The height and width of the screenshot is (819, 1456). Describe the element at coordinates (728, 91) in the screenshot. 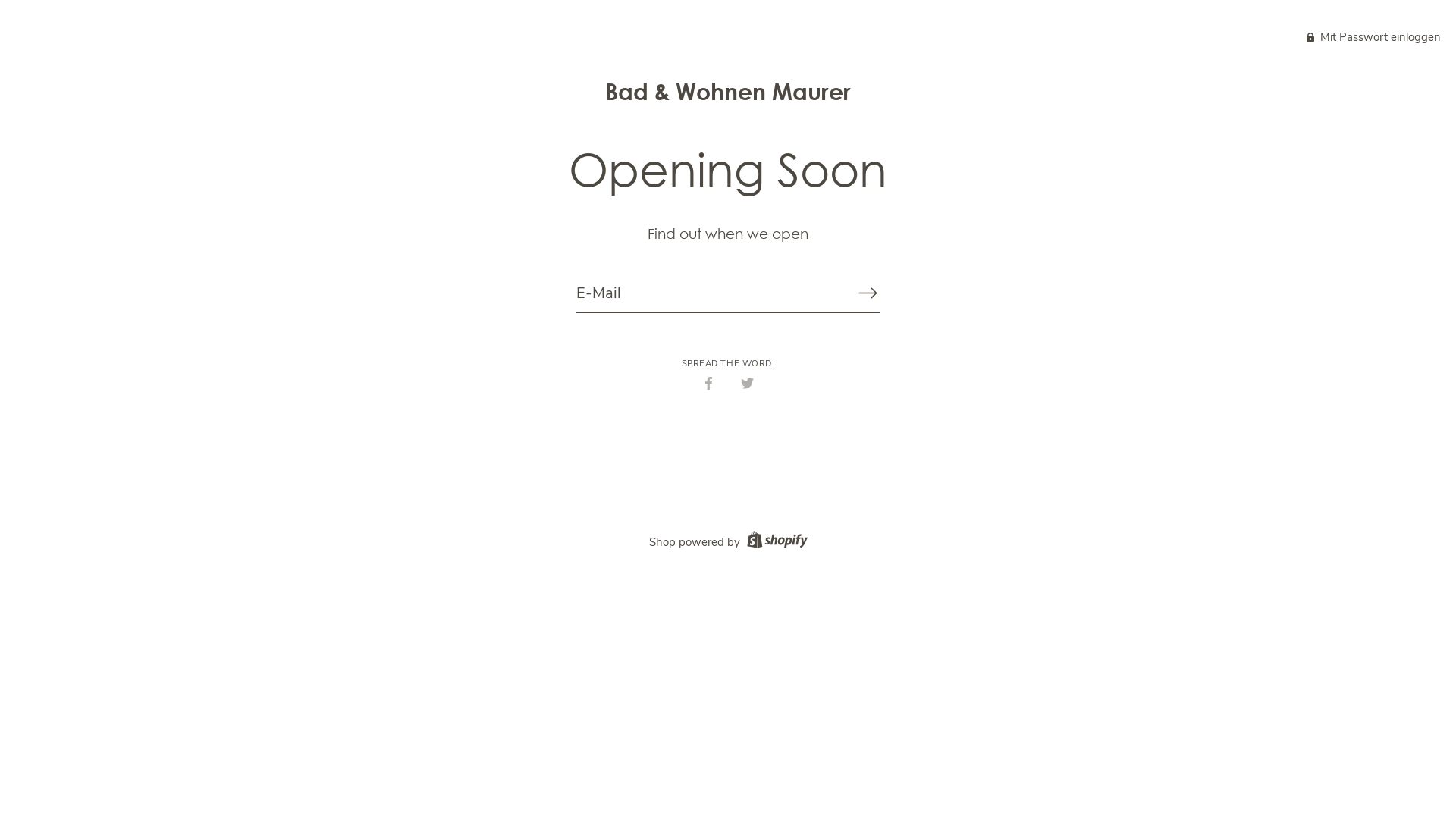

I see `'Bad & Wohnen Maurer'` at that location.